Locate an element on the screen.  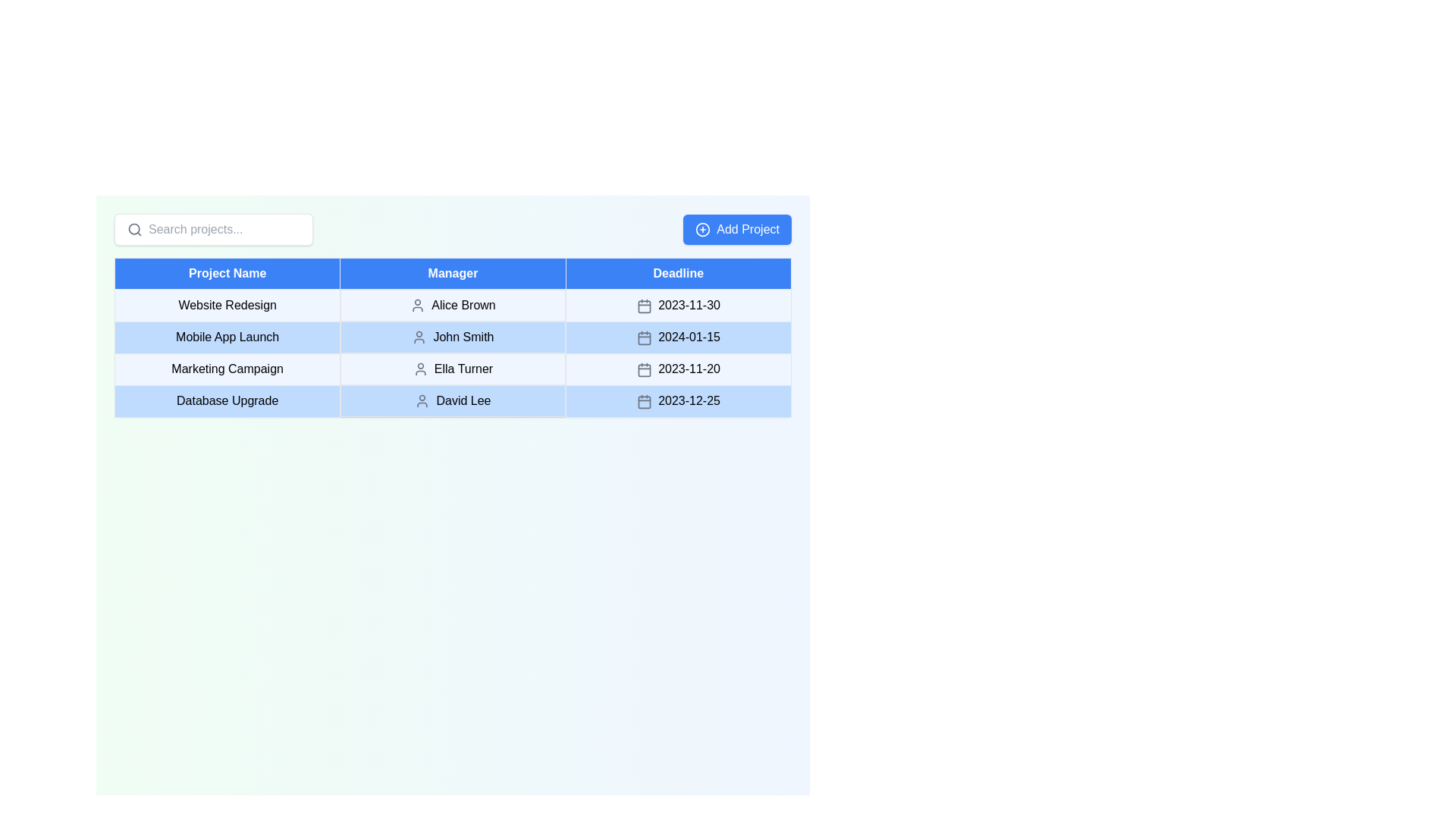
the modern gray calendar icon located in the 'Deadline' column of the third row, to the left of the text '2023-11-20' is located at coordinates (644, 369).